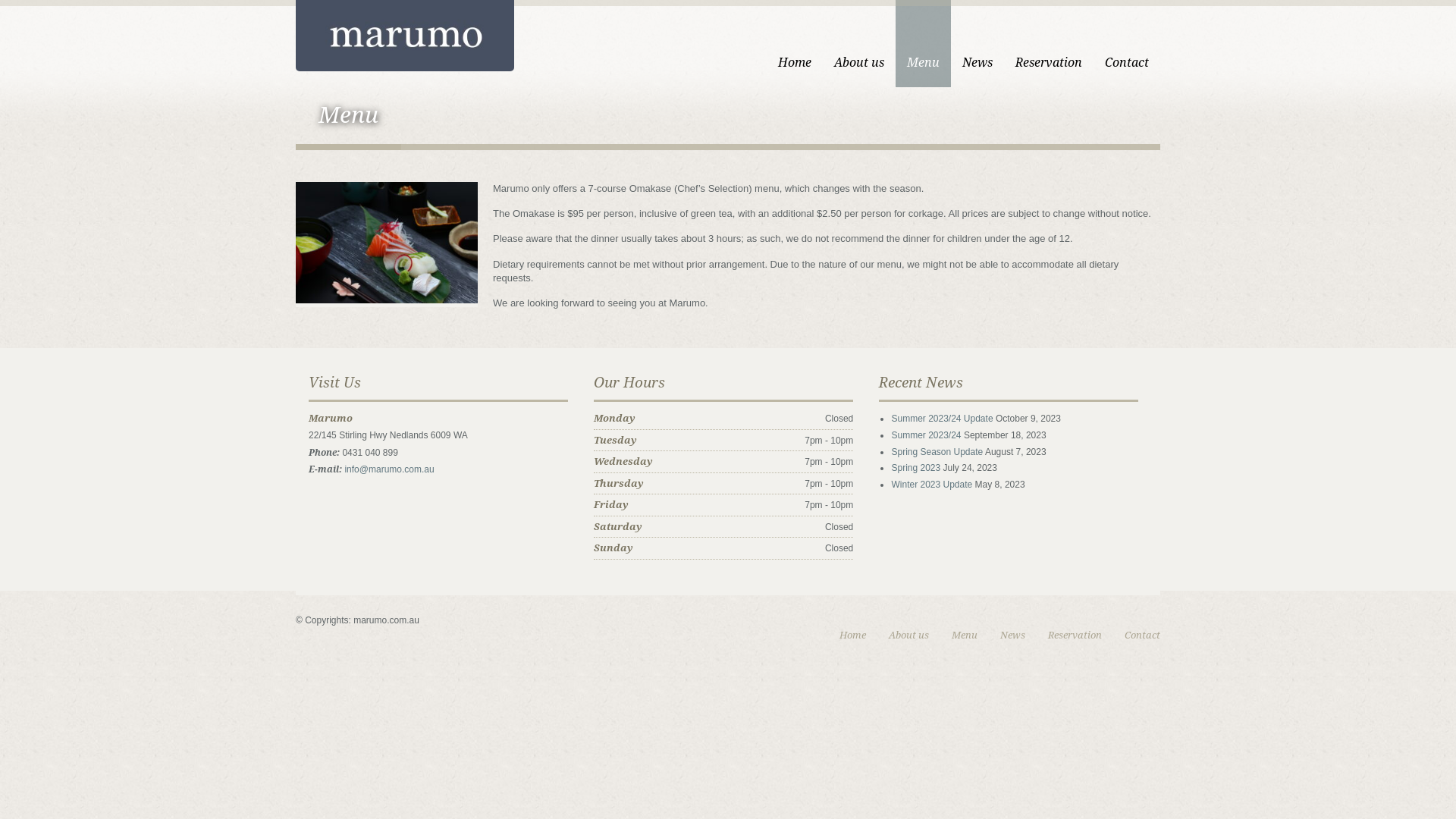  Describe the element at coordinates (1047, 42) in the screenshot. I see `'Reservation'` at that location.